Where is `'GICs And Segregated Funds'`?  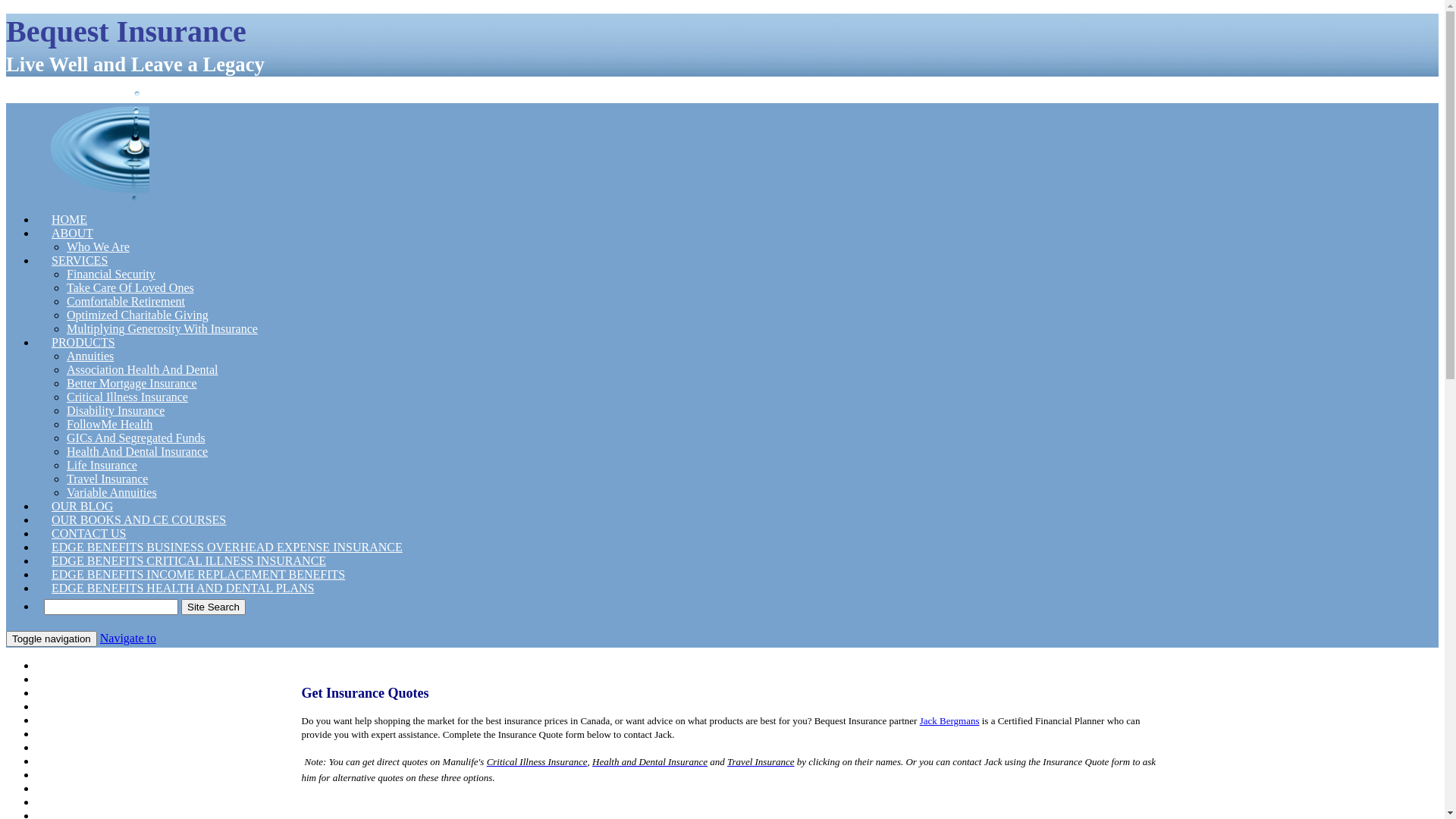
'GICs And Segregated Funds' is located at coordinates (136, 438).